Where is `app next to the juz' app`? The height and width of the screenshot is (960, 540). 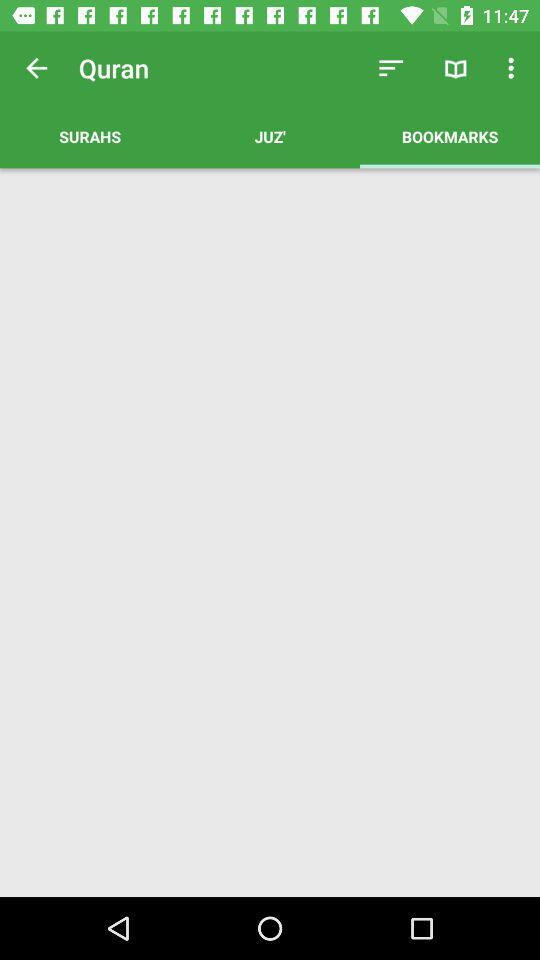 app next to the juz' app is located at coordinates (89, 135).